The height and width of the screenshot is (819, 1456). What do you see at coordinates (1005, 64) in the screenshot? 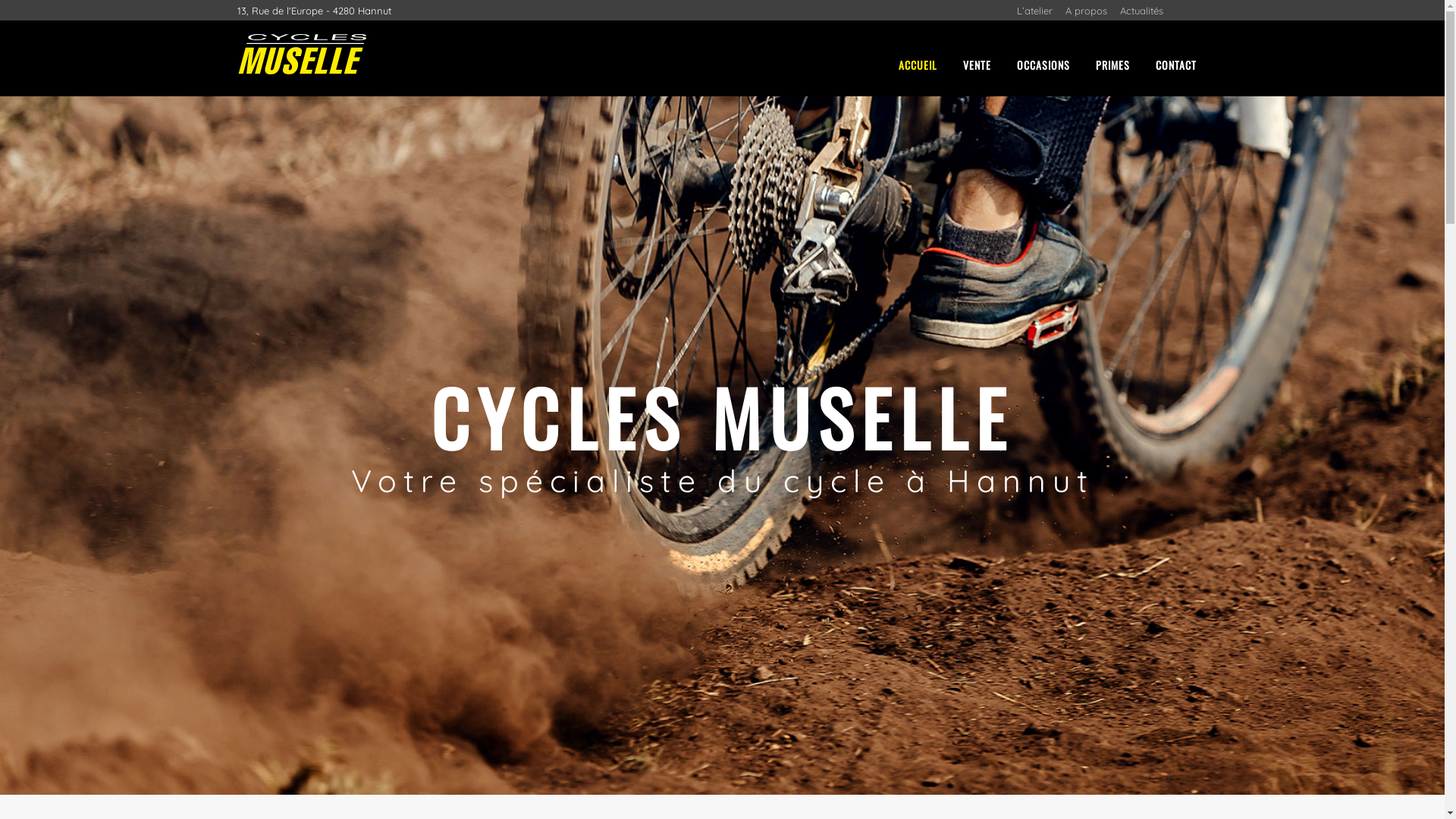
I see `'OCCASIONS'` at bounding box center [1005, 64].